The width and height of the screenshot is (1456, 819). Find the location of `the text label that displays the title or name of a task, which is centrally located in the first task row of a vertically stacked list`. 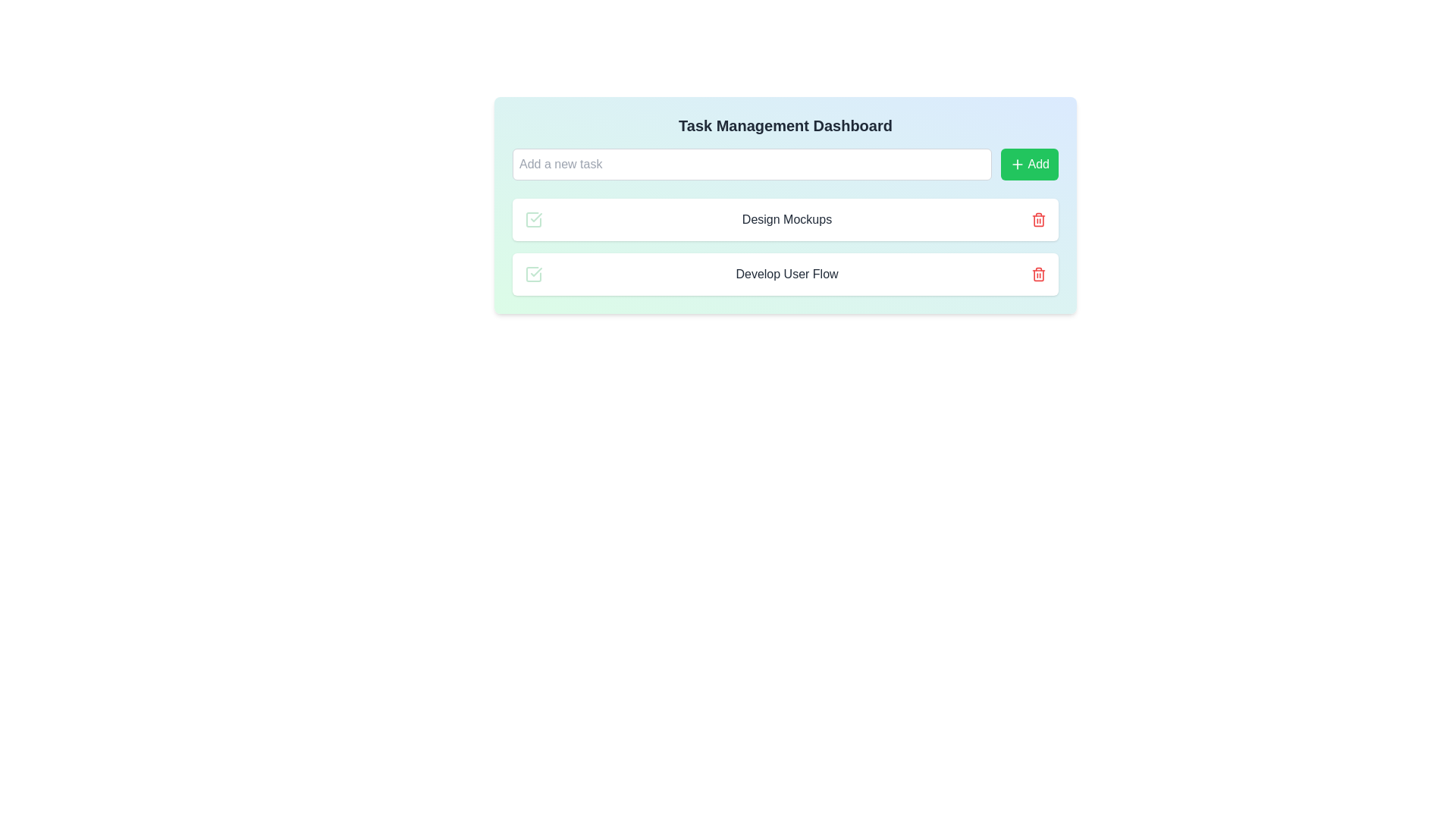

the text label that displays the title or name of a task, which is centrally located in the first task row of a vertically stacked list is located at coordinates (786, 219).